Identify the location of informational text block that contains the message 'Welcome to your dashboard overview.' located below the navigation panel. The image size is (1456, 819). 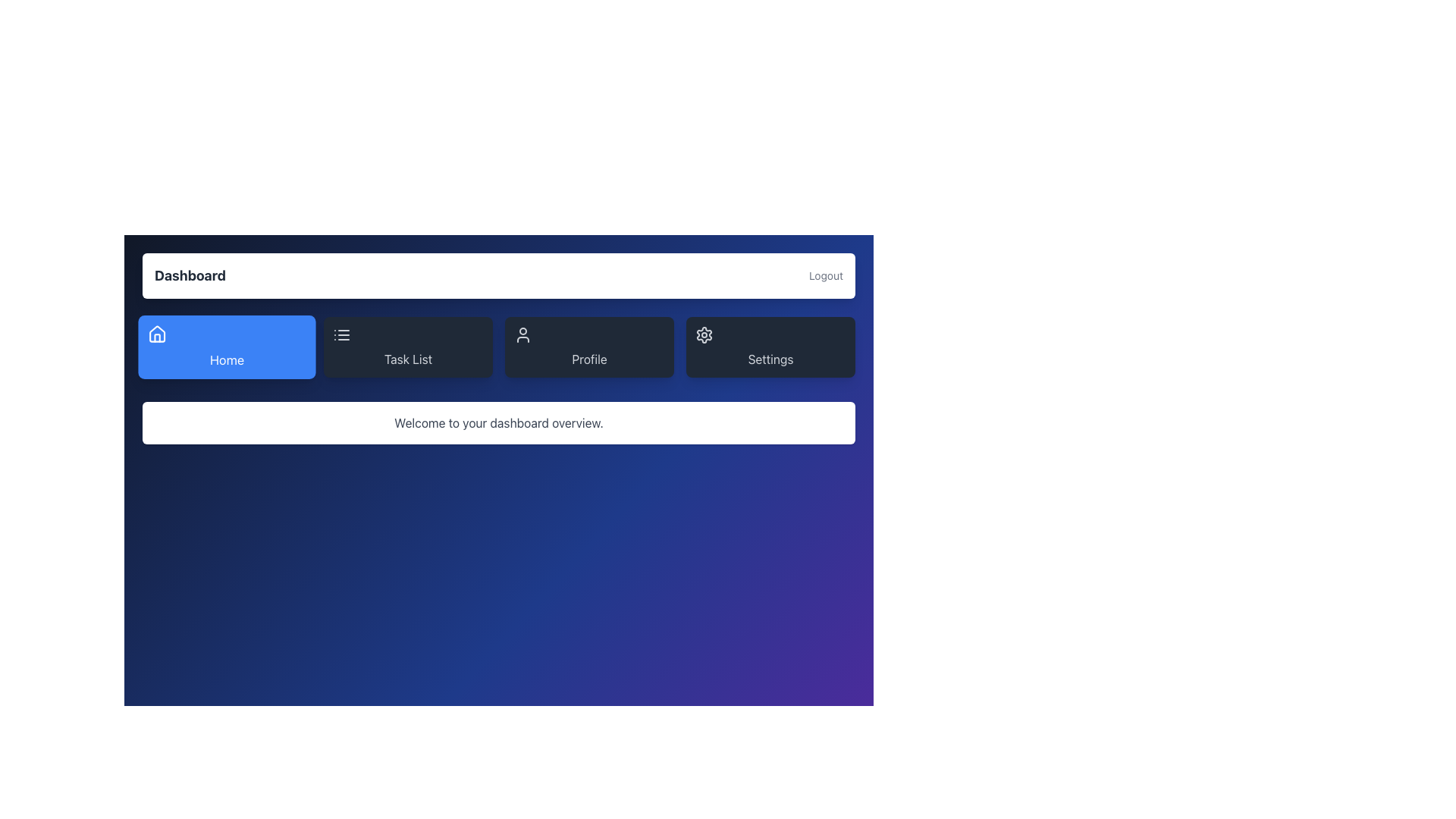
(498, 423).